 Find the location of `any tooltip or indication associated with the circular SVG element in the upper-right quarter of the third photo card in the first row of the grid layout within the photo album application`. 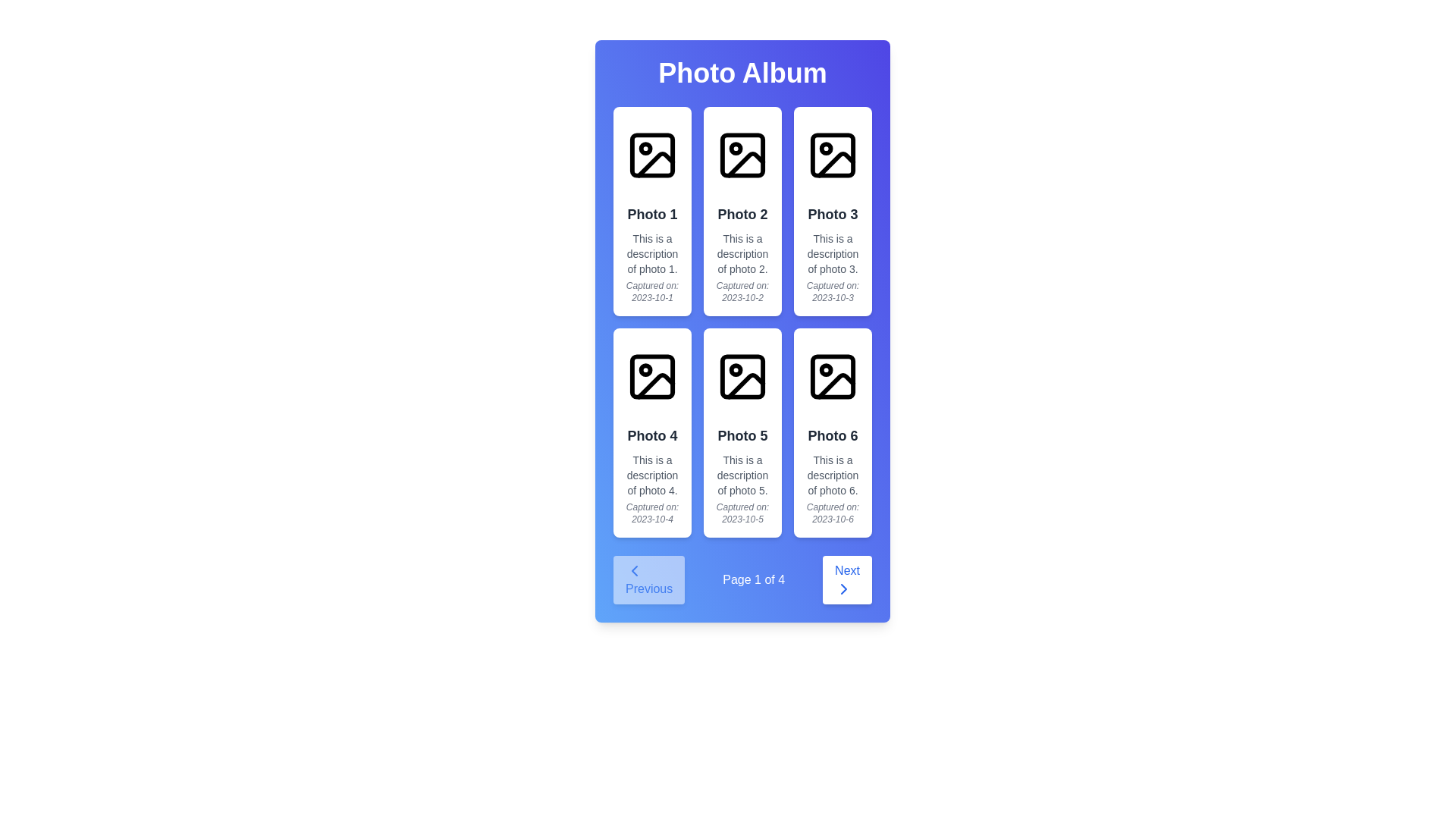

any tooltip or indication associated with the circular SVG element in the upper-right quarter of the third photo card in the first row of the grid layout within the photo album application is located at coordinates (825, 149).